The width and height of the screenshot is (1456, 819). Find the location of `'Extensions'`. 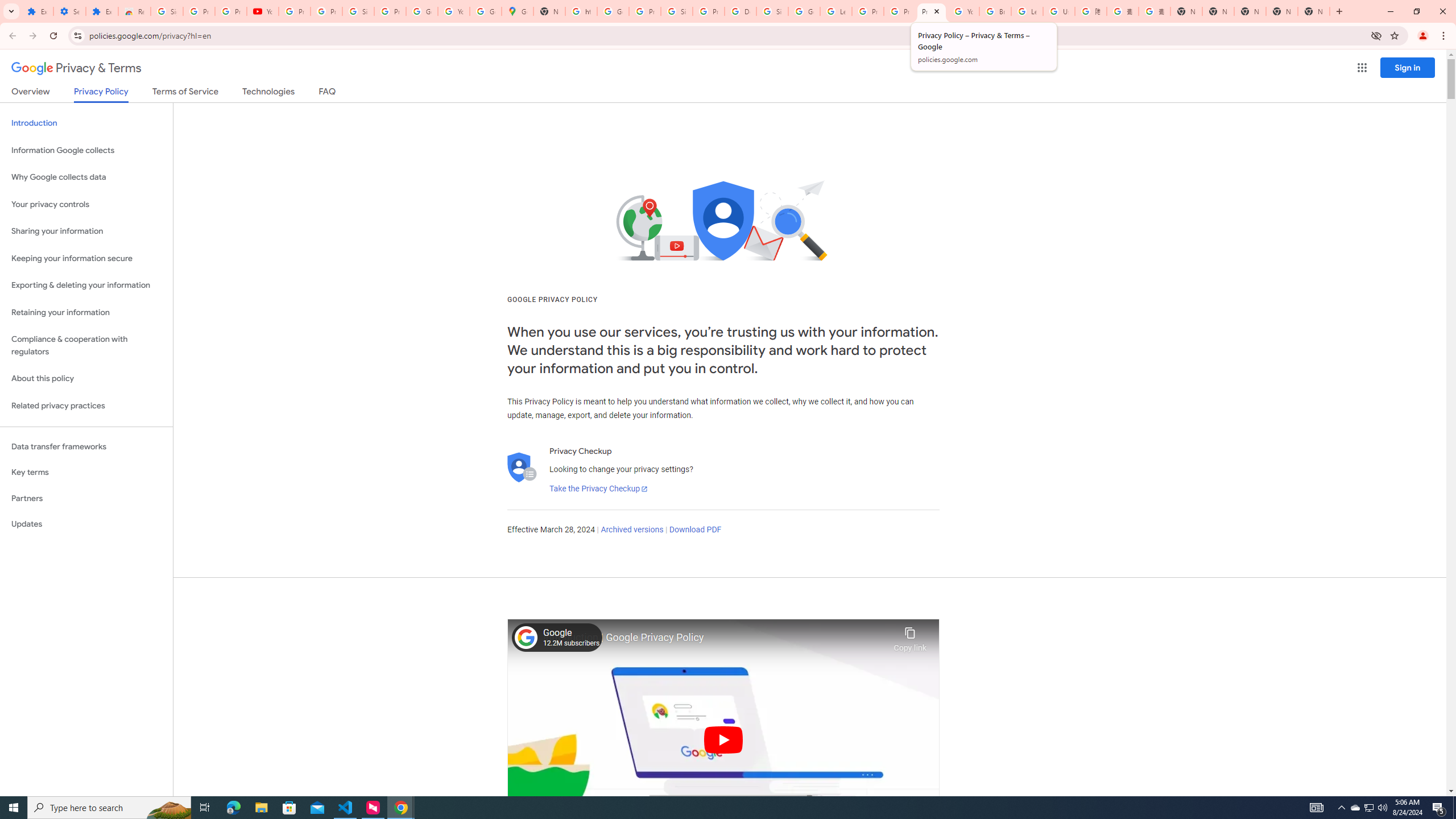

'Extensions' is located at coordinates (37, 11).